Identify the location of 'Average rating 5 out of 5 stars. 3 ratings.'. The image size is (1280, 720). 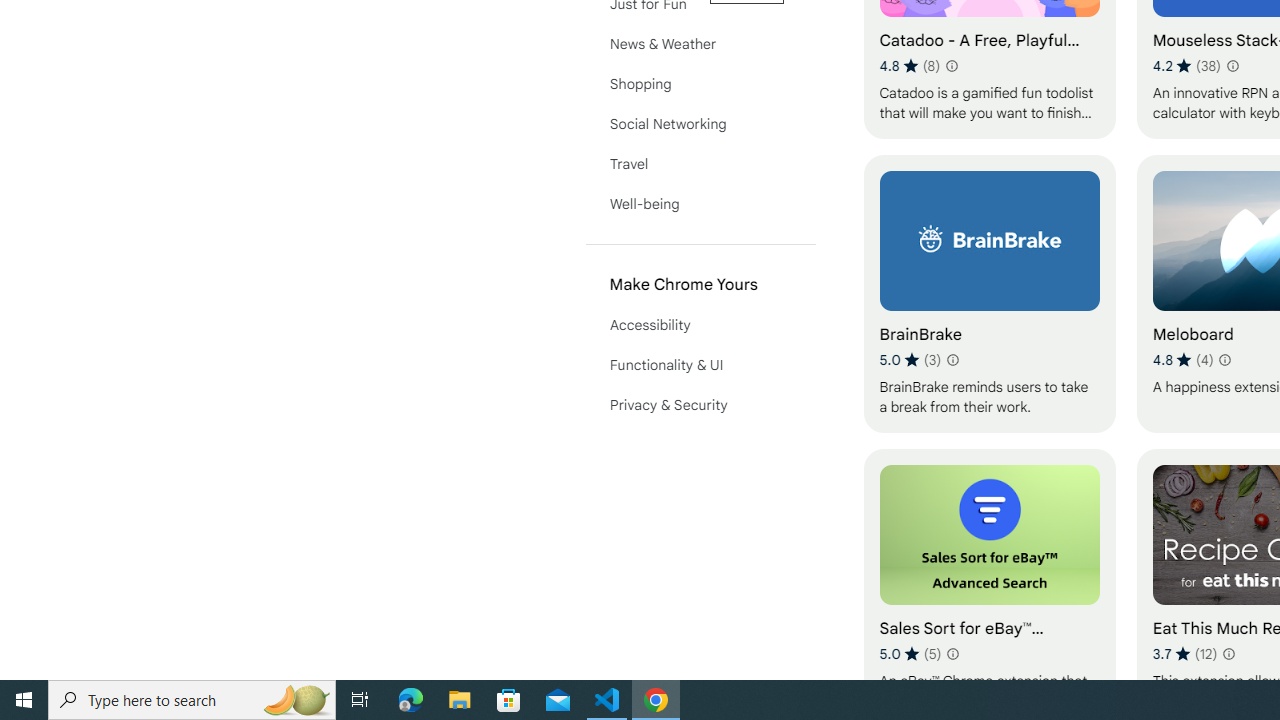
(909, 360).